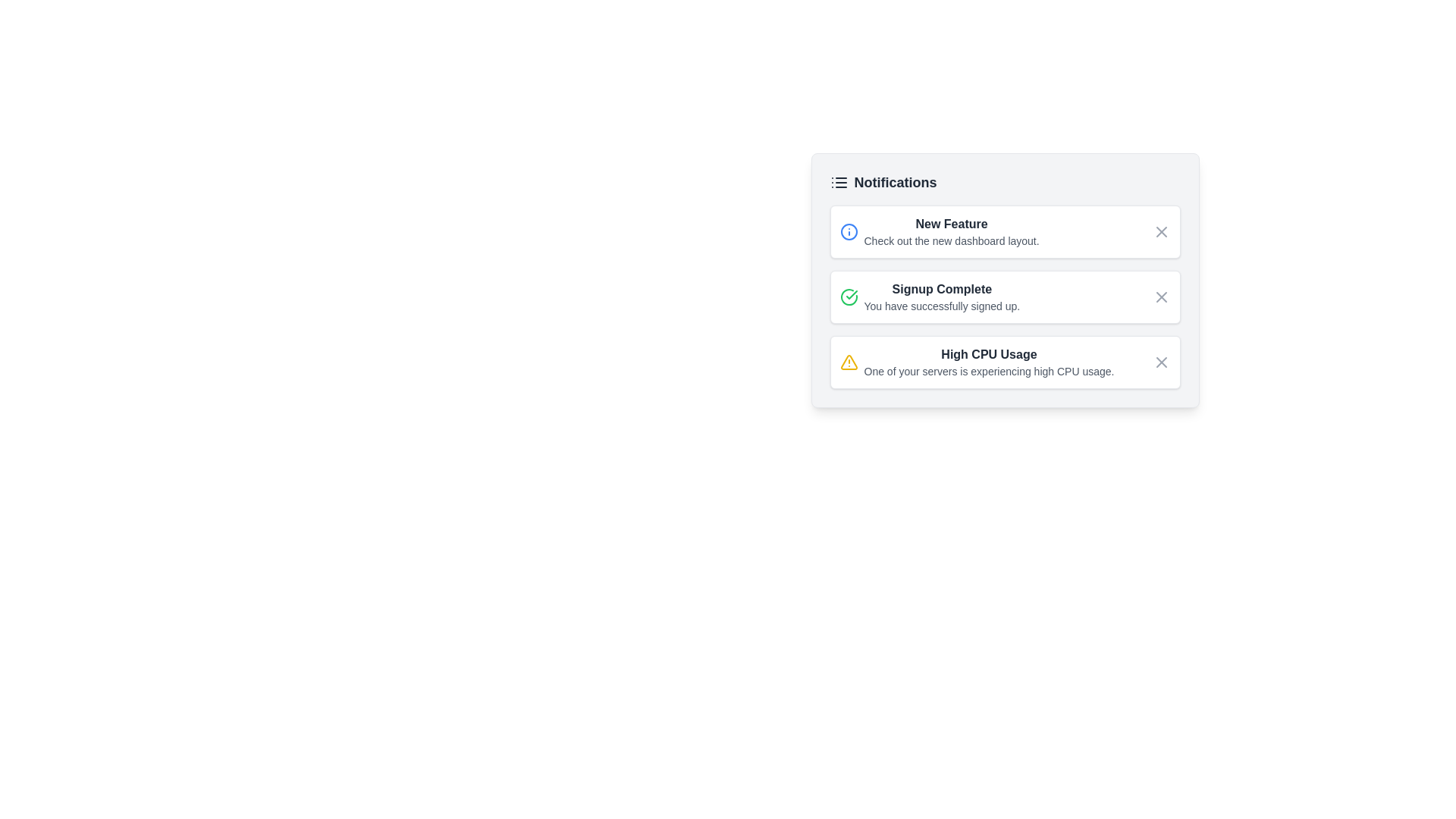 This screenshot has height=819, width=1456. Describe the element at coordinates (1160, 231) in the screenshot. I see `the close icon, which is a diagonal cross located in the top-right corner of the 'New Feature' notification card` at that location.